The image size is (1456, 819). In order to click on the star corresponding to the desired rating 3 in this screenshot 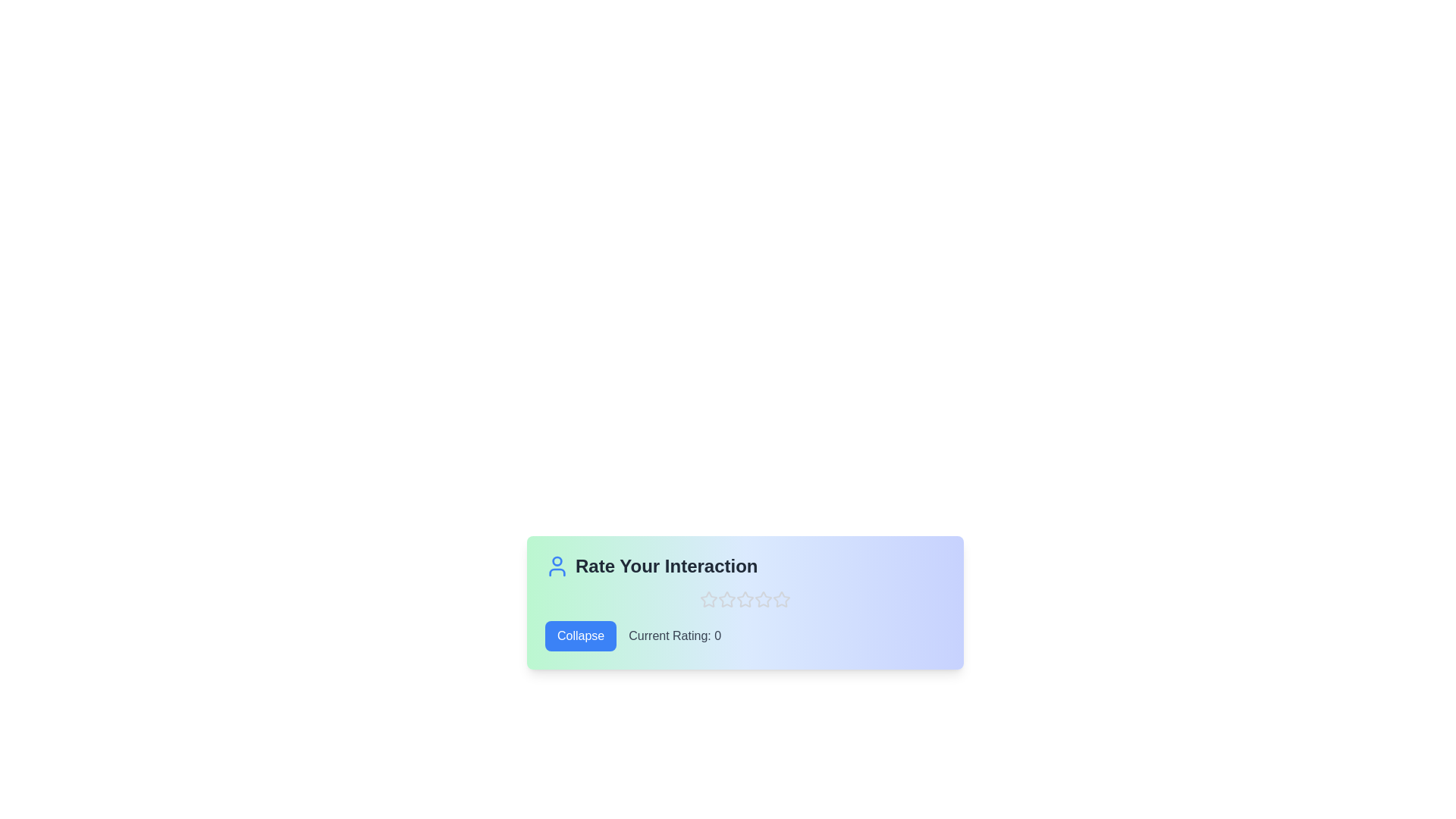, I will do `click(745, 598)`.